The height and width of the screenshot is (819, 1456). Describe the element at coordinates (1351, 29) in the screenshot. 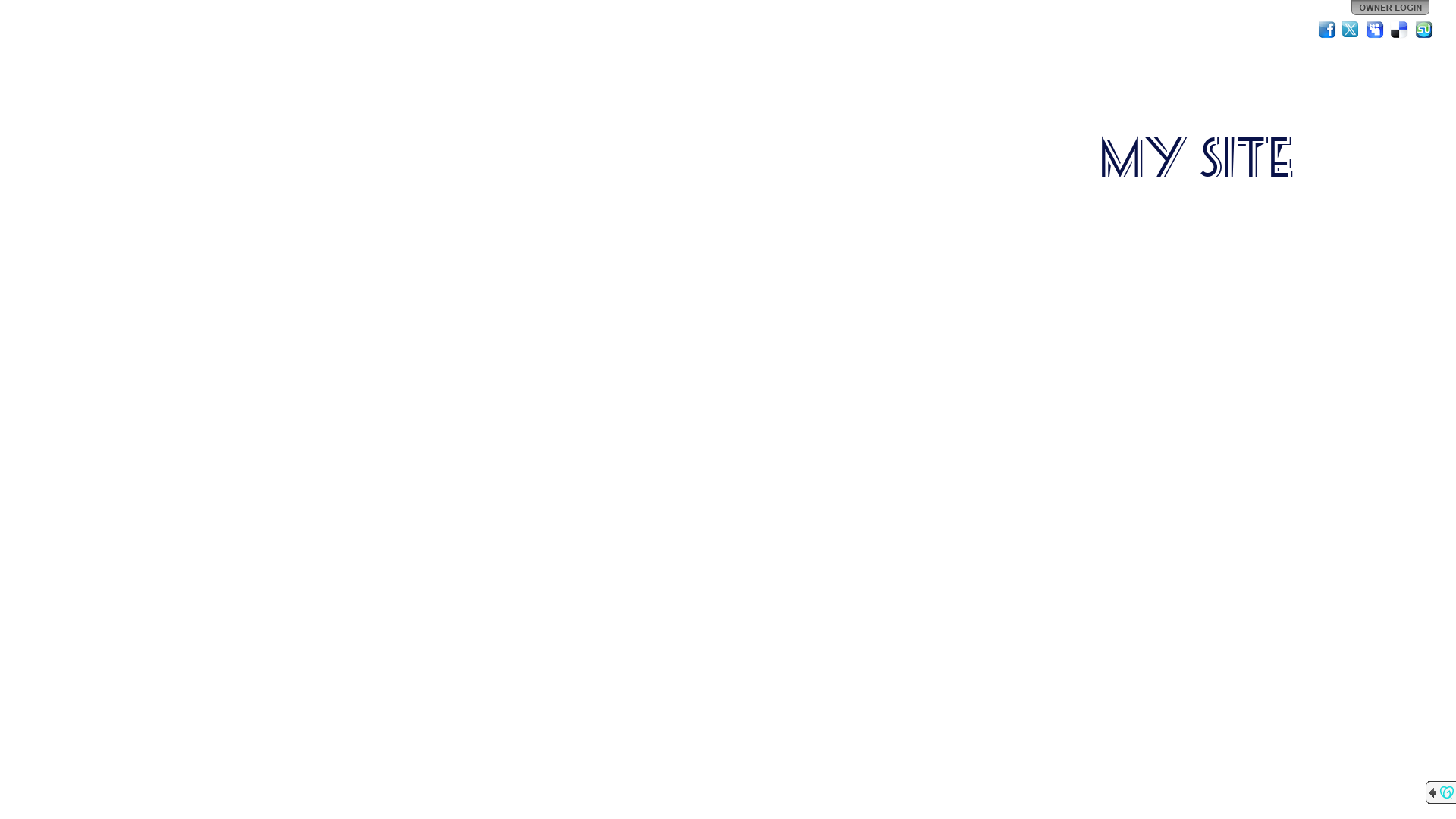

I see `'Twitter'` at that location.